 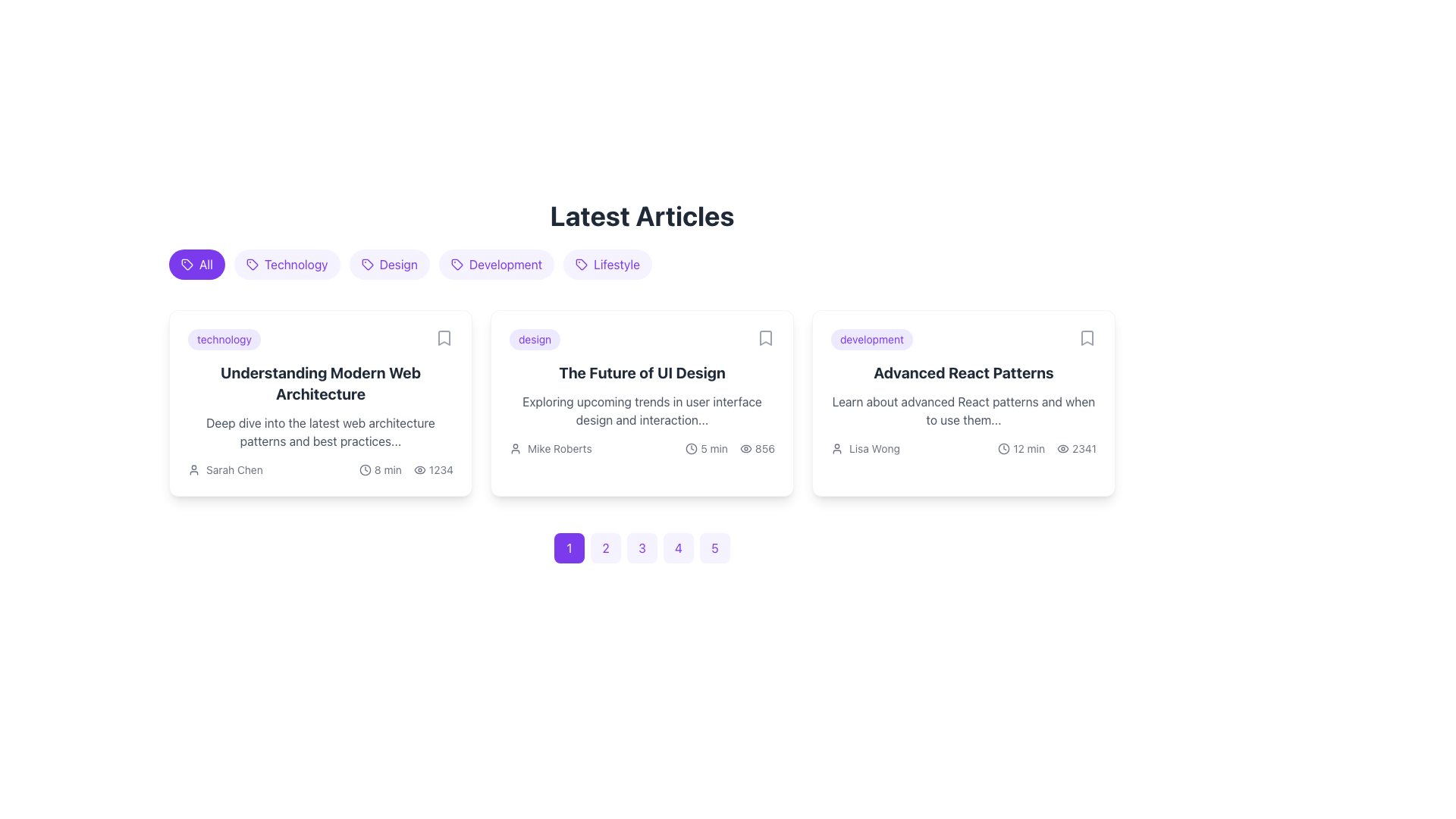 I want to click on text content of the pill-shaped label with a violet background that displays 'development', located in the top-left of the 'Advanced React Patterns' article card, so click(x=871, y=338).